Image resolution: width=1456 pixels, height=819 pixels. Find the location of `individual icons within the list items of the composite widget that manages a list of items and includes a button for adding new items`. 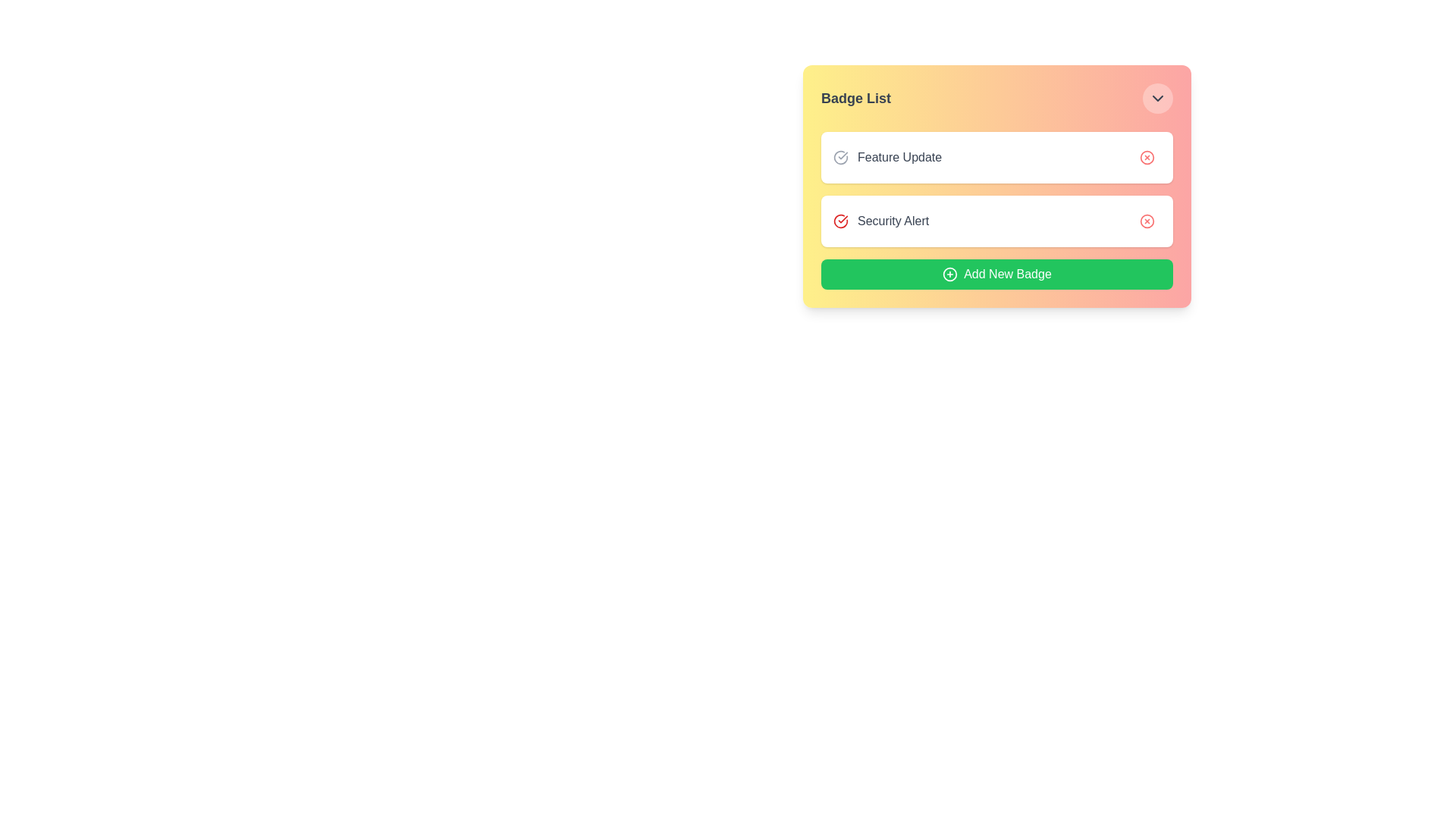

individual icons within the list items of the composite widget that manages a list of items and includes a button for adding new items is located at coordinates (997, 186).